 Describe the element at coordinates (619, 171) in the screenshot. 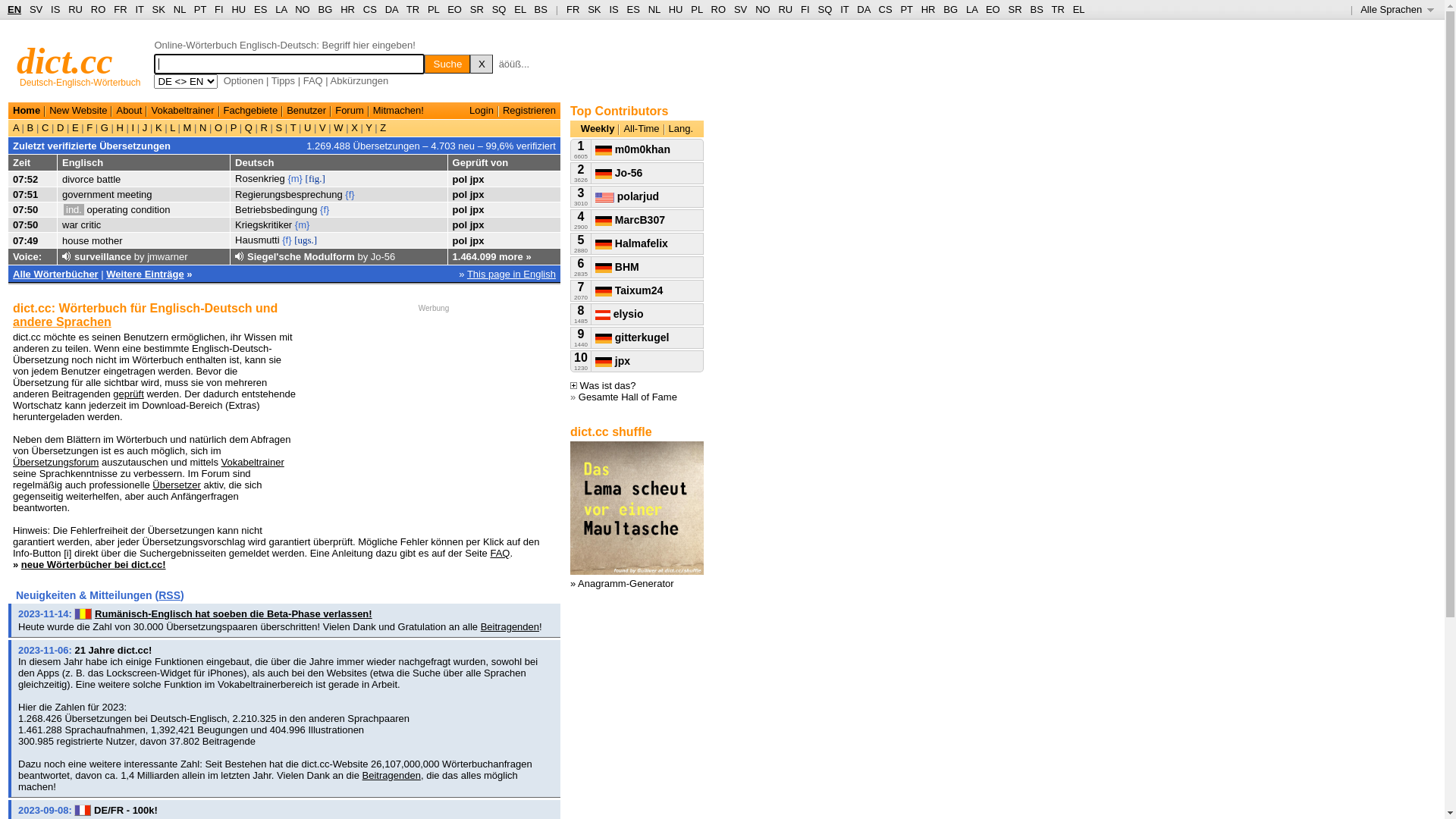

I see `'Jo-56'` at that location.